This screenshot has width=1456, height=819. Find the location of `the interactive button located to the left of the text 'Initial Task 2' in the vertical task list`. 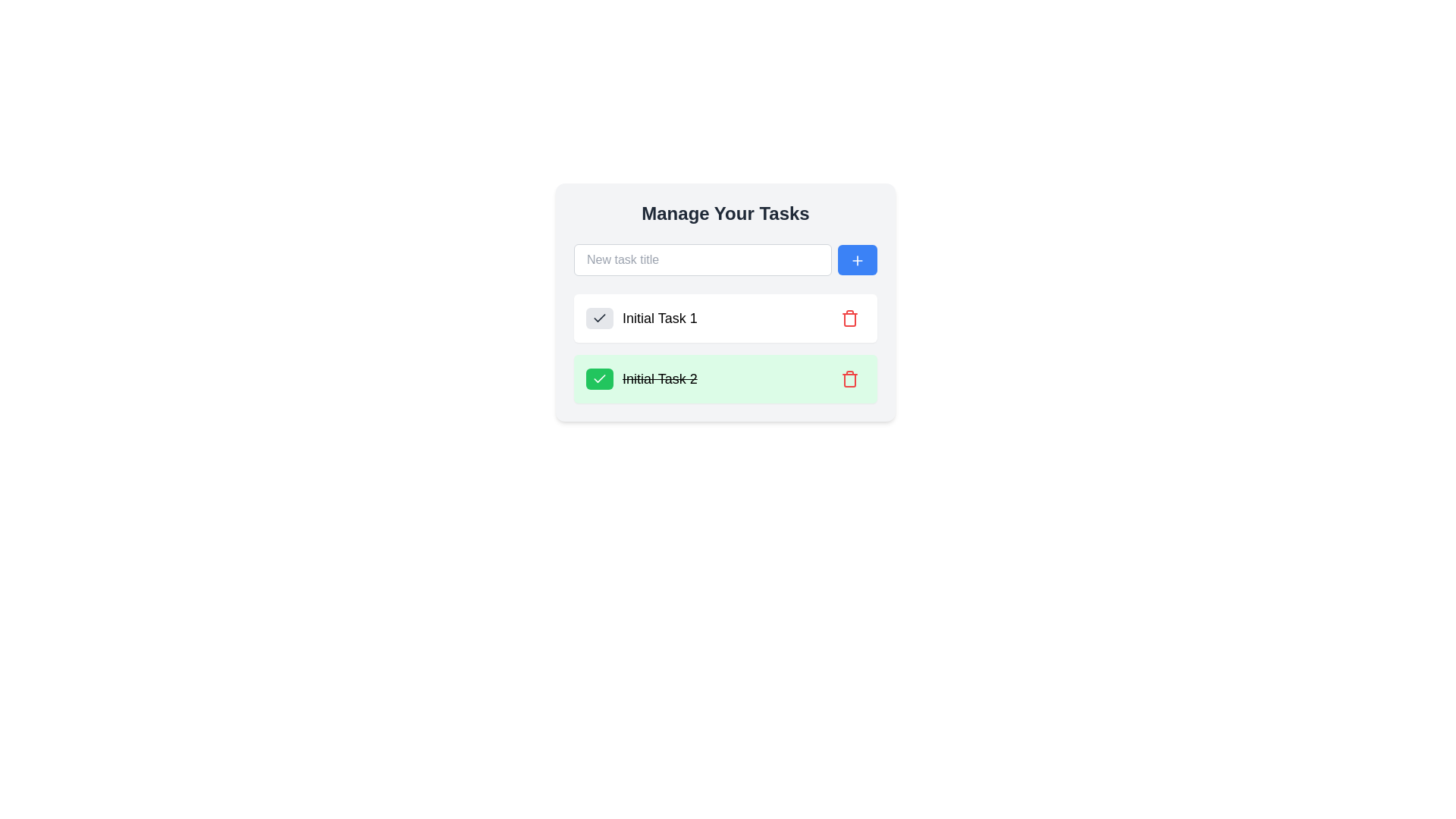

the interactive button located to the left of the text 'Initial Task 2' in the vertical task list is located at coordinates (599, 378).